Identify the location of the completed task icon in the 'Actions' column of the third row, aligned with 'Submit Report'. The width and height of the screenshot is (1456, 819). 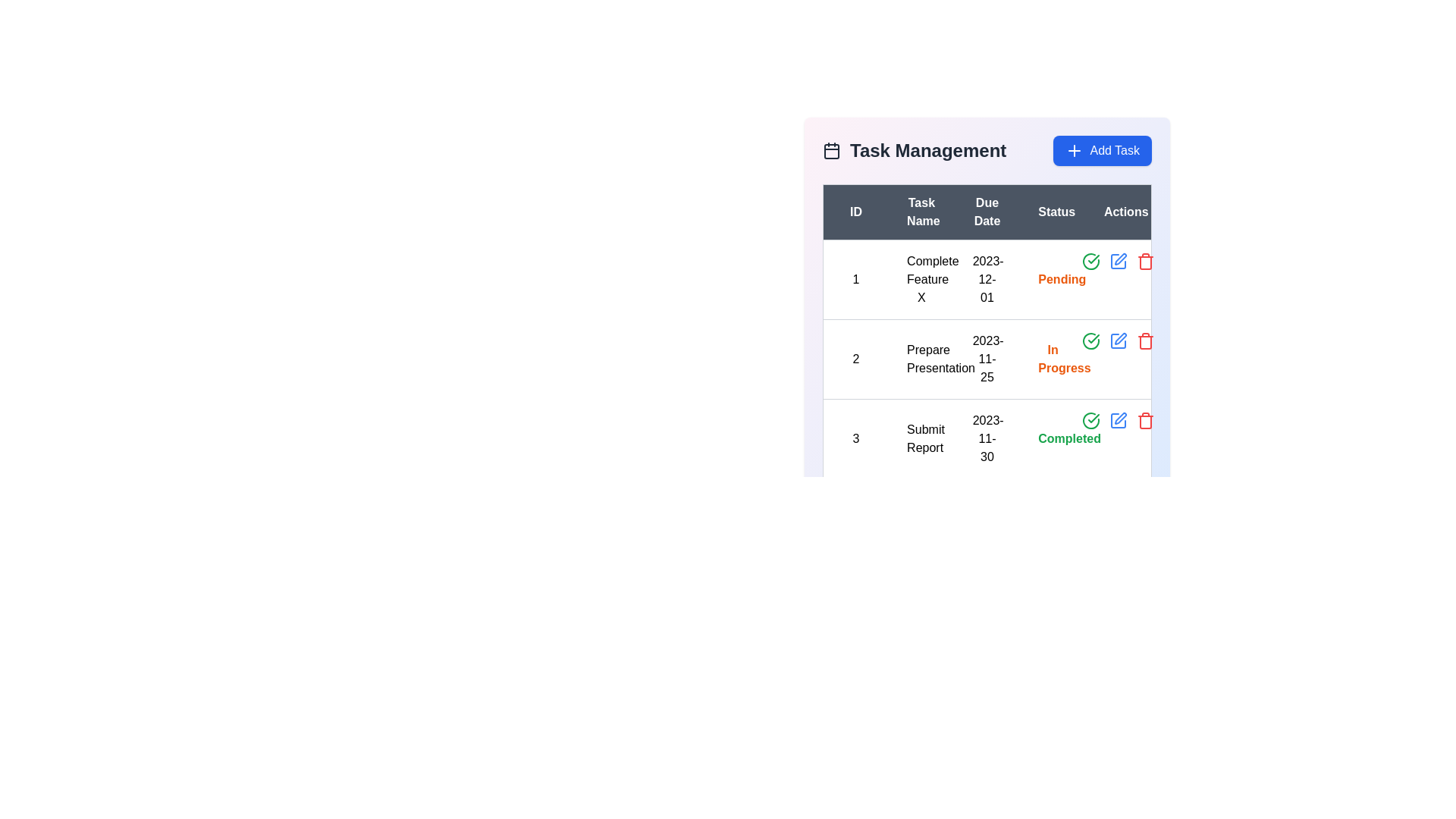
(1094, 418).